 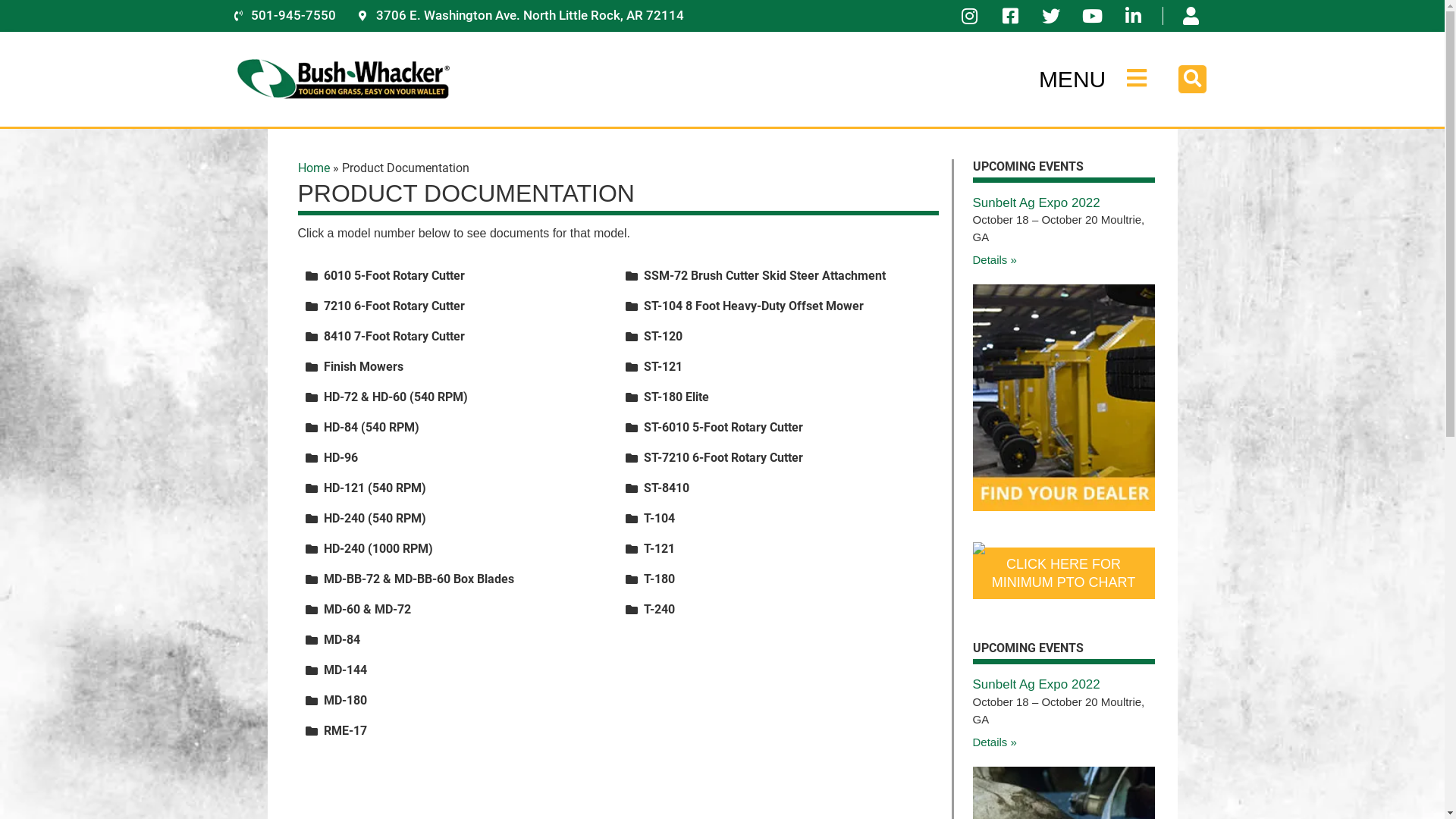 I want to click on 'ST-6010 5-Foot Rotary Cutter', so click(x=644, y=427).